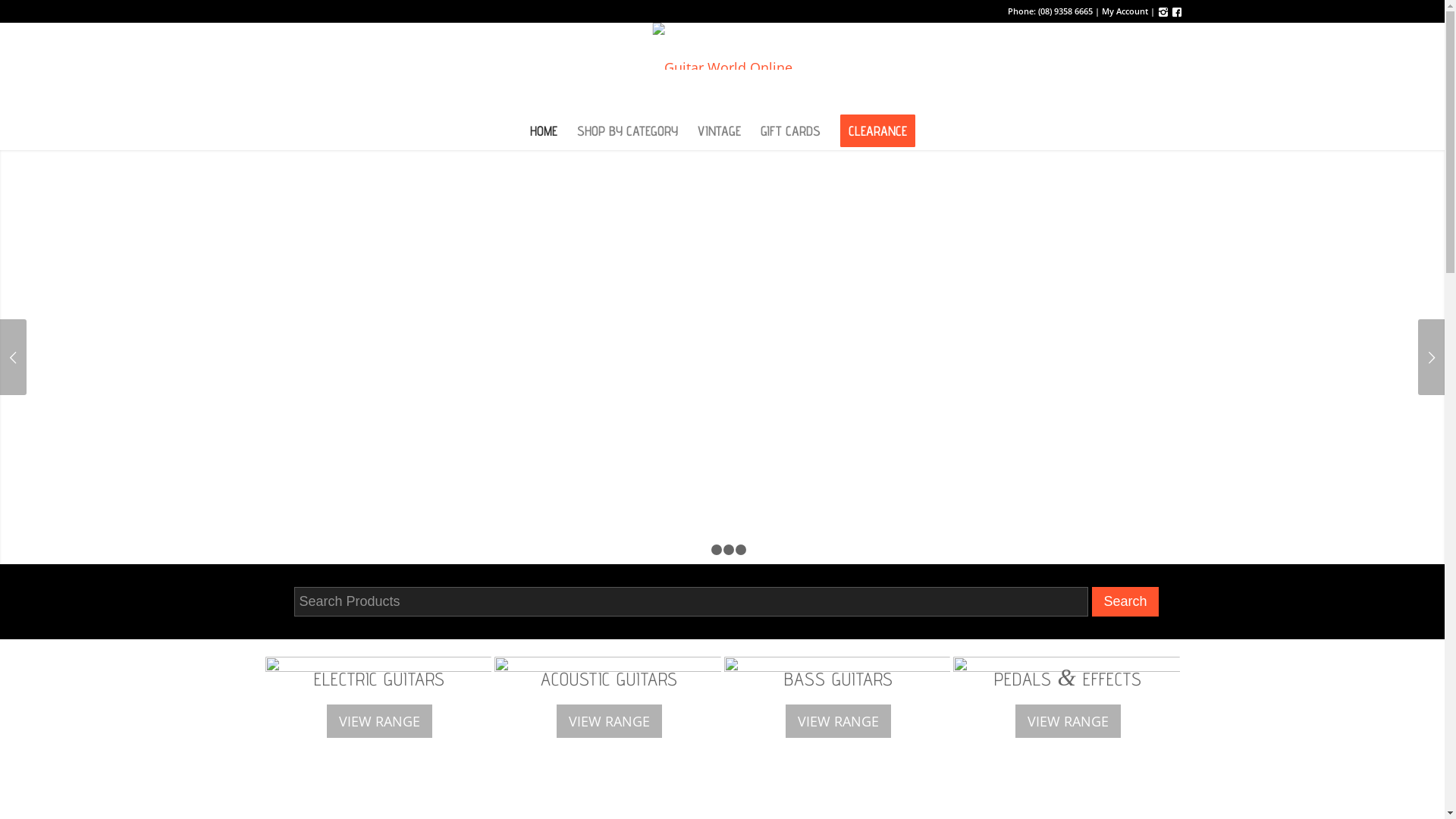 Image resolution: width=1456 pixels, height=819 pixels. I want to click on '2', so click(710, 550).